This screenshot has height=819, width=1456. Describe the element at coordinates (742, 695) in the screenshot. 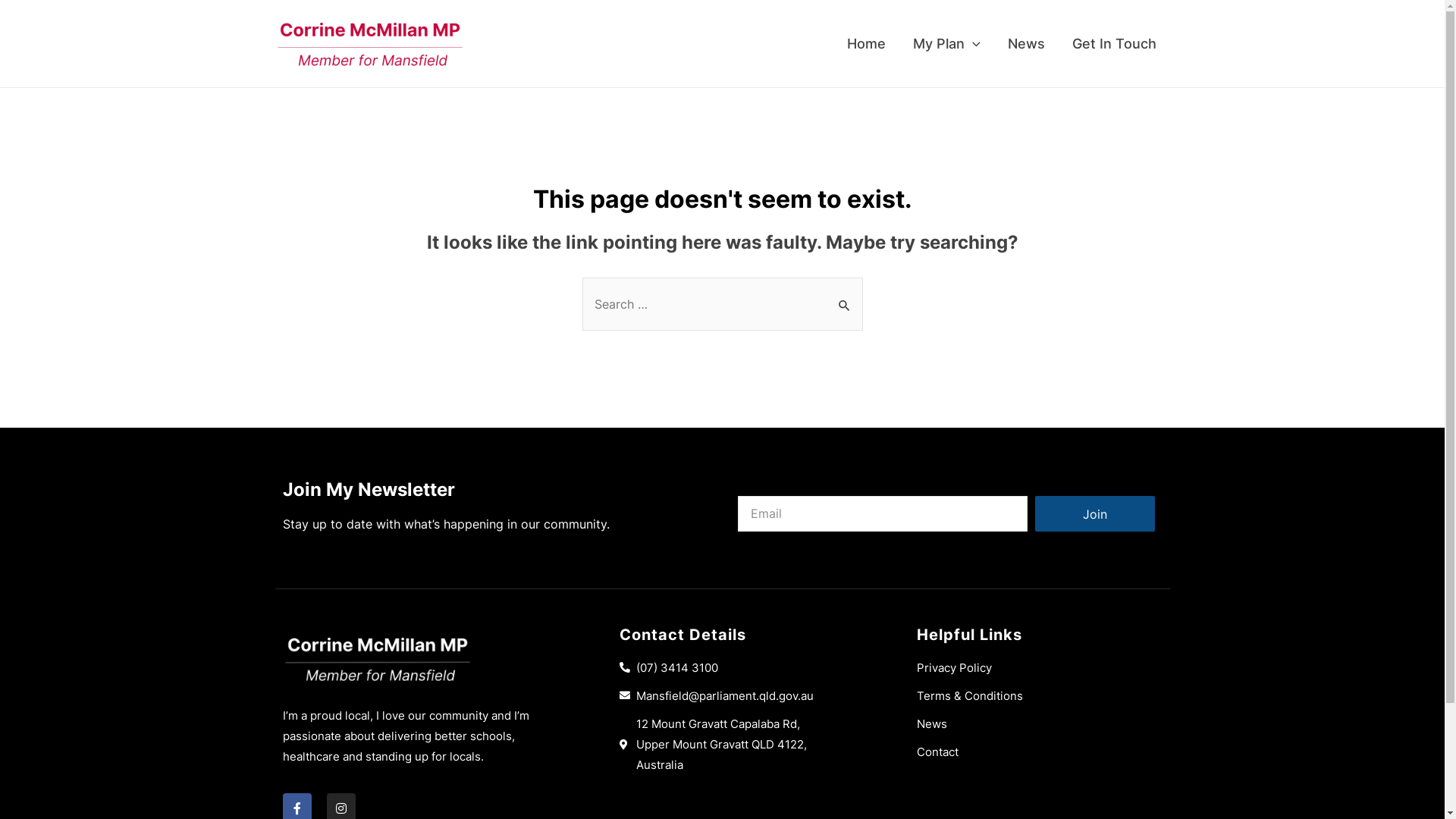

I see `'Mansfield@parliament.qld.gov.au'` at that location.